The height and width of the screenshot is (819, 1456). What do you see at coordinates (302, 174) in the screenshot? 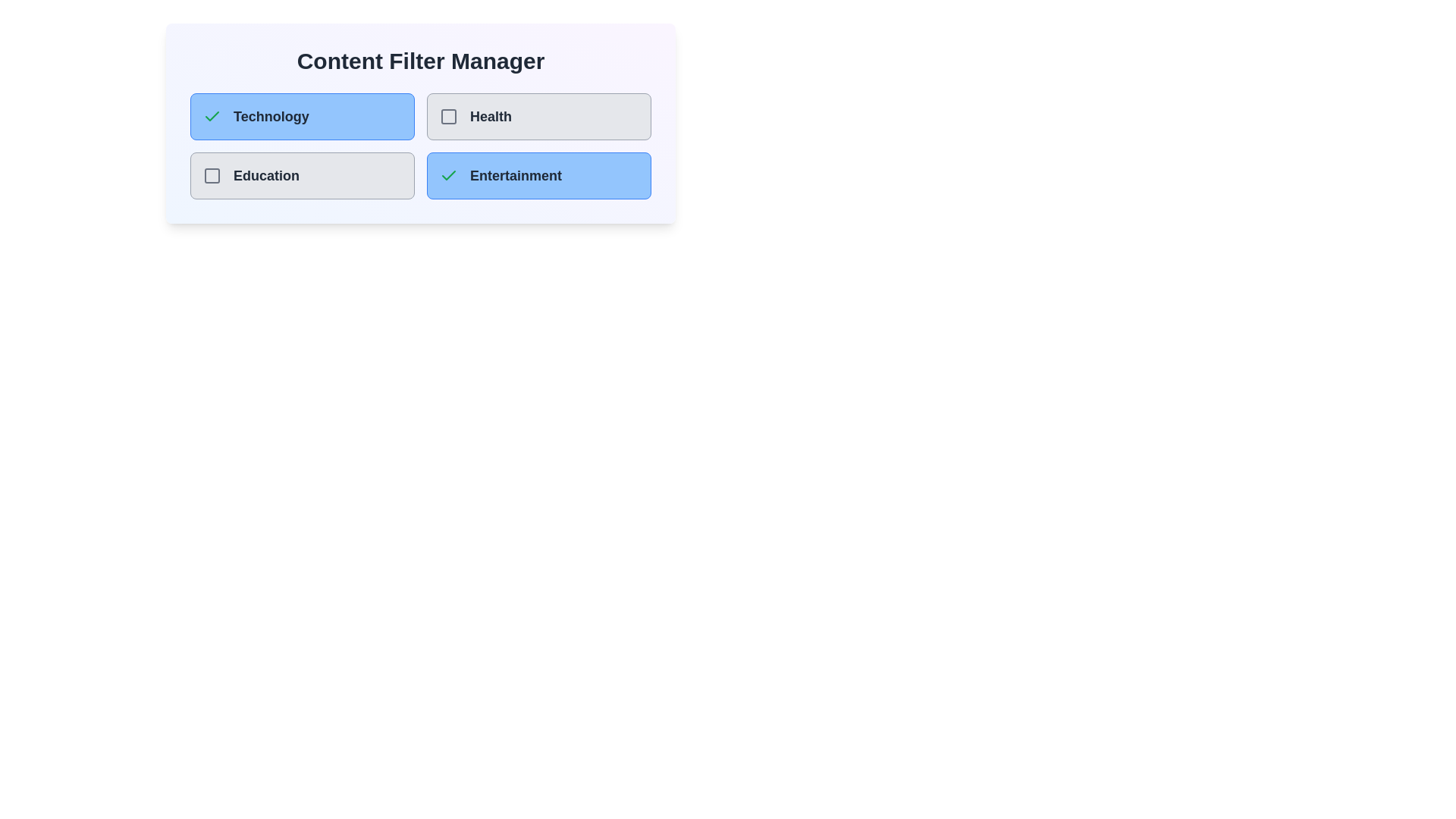
I see `the category named Education` at bounding box center [302, 174].